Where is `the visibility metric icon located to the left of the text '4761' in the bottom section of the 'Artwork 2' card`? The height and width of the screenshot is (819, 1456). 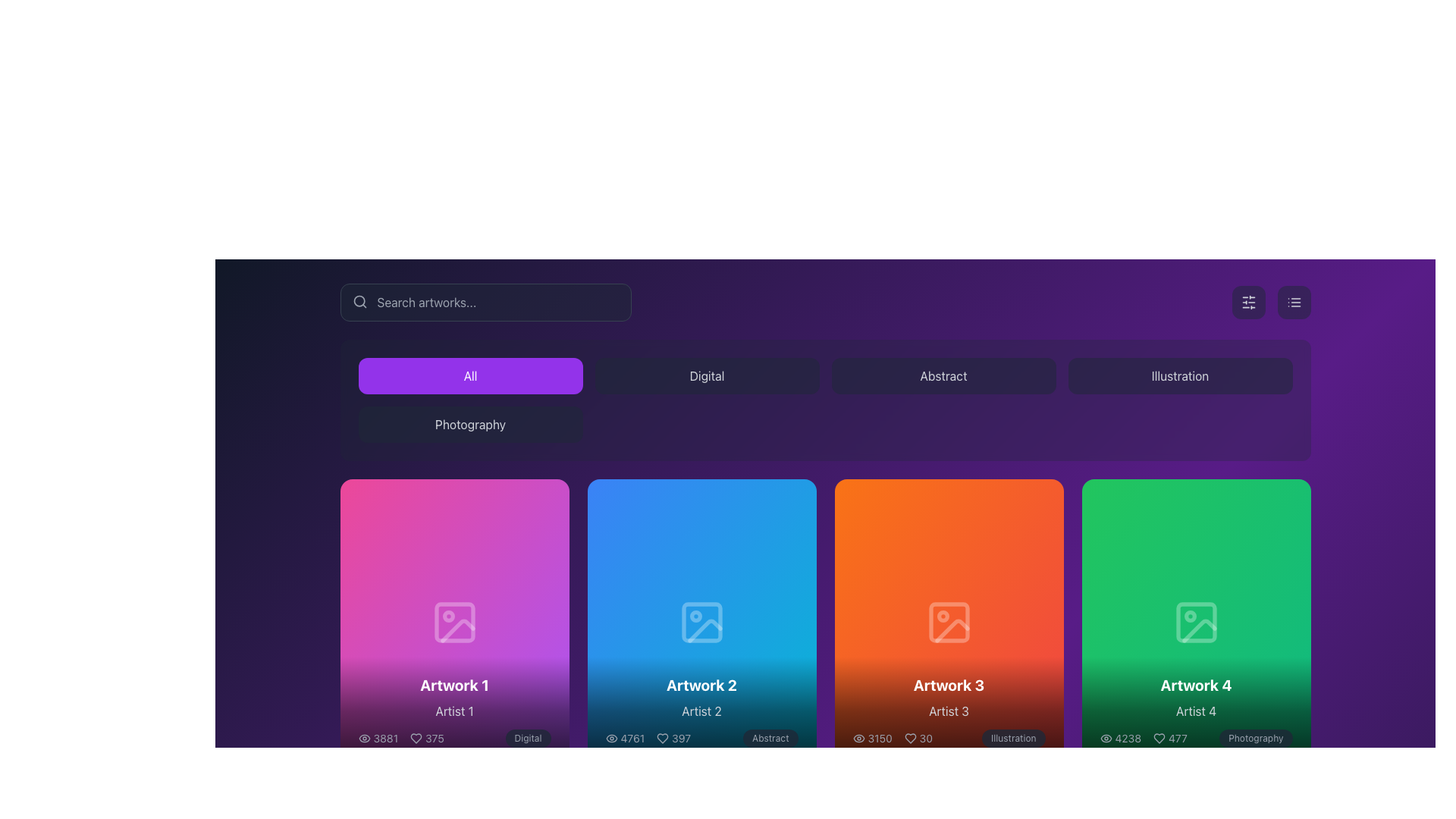
the visibility metric icon located to the left of the text '4761' in the bottom section of the 'Artwork 2' card is located at coordinates (611, 737).